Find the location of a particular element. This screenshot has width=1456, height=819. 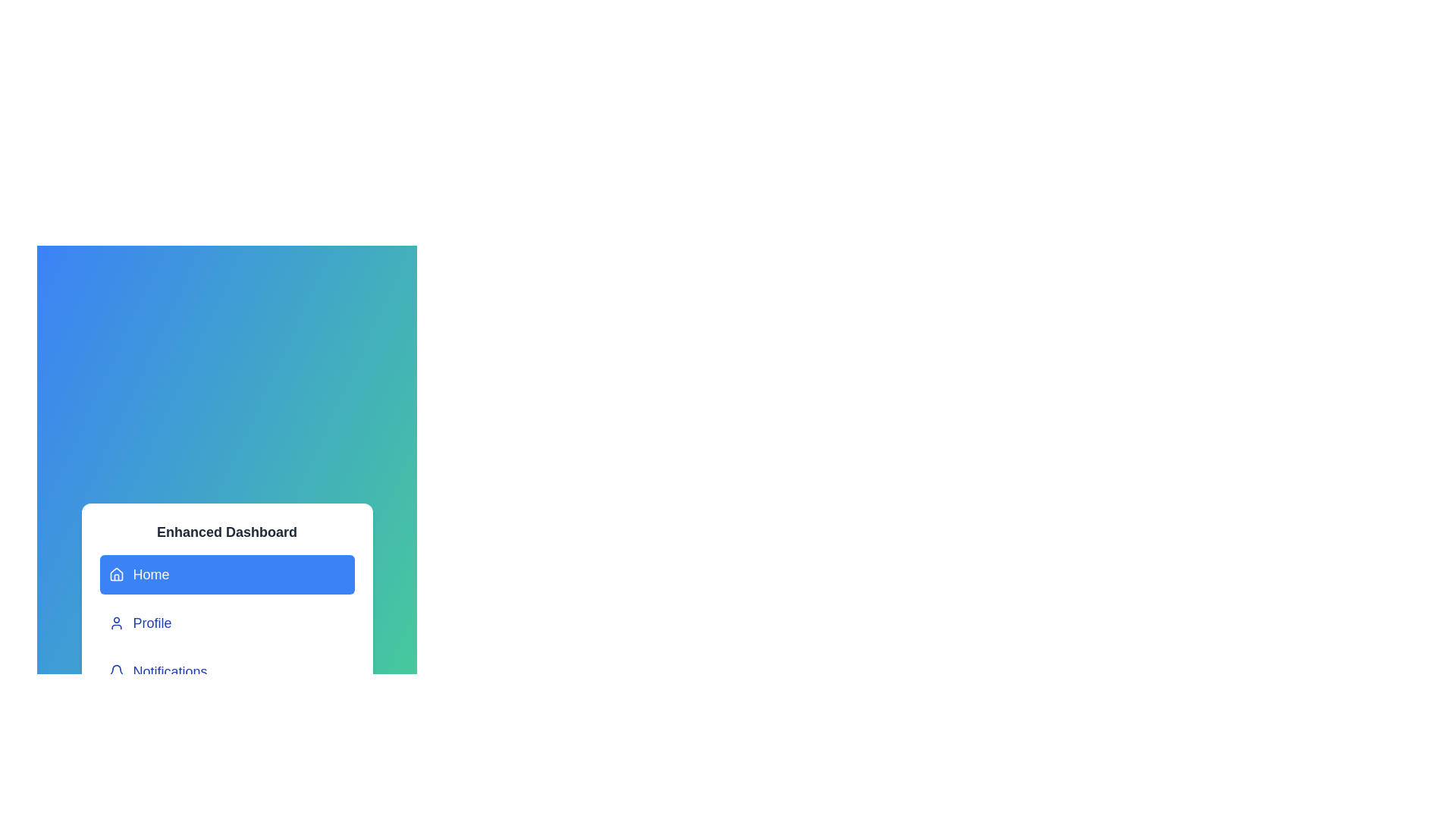

the text labeled Enhanced Dashboard to read its content is located at coordinates (226, 532).